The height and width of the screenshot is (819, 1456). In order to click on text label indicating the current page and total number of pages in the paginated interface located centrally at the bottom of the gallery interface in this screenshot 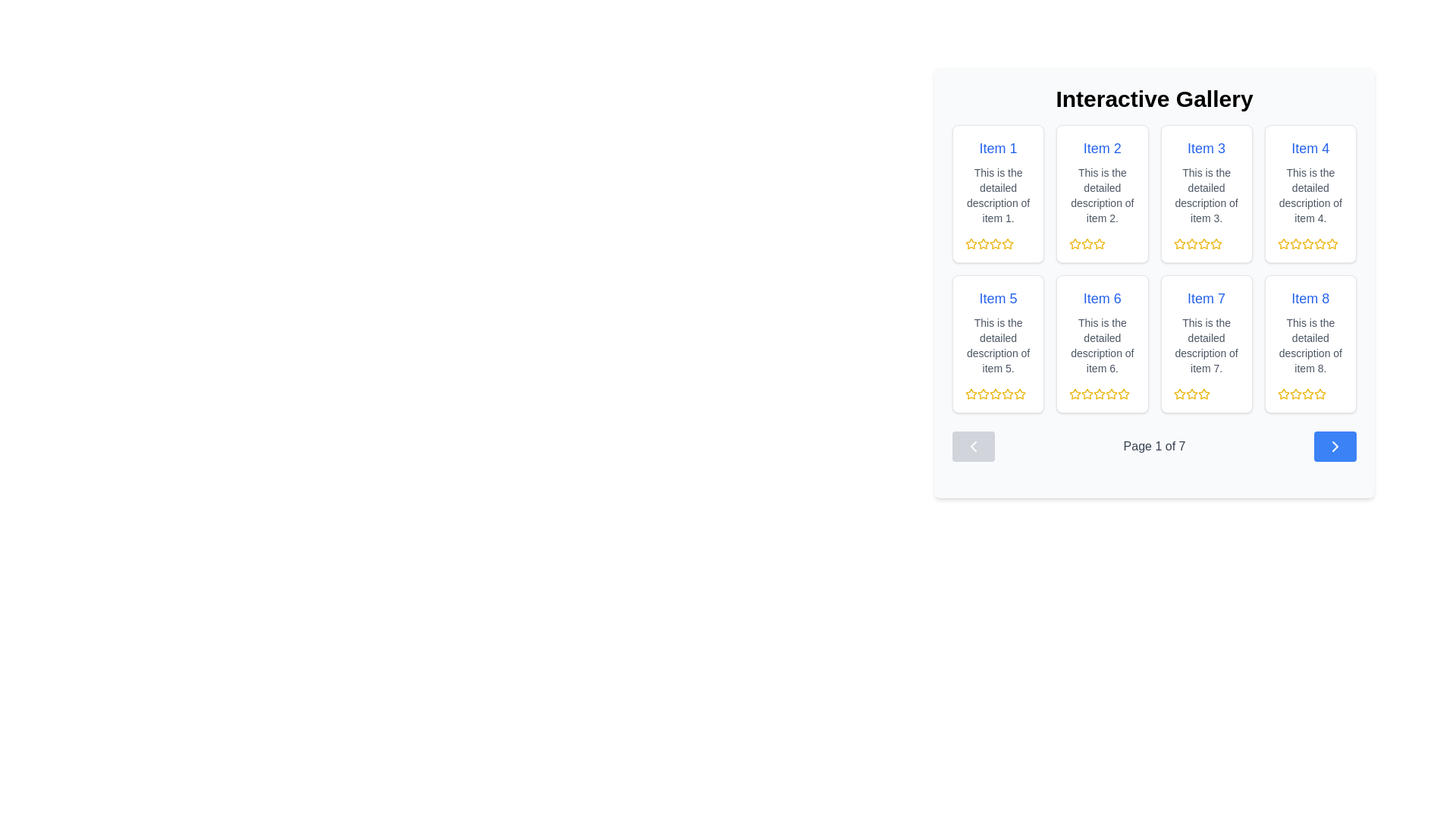, I will do `click(1153, 446)`.